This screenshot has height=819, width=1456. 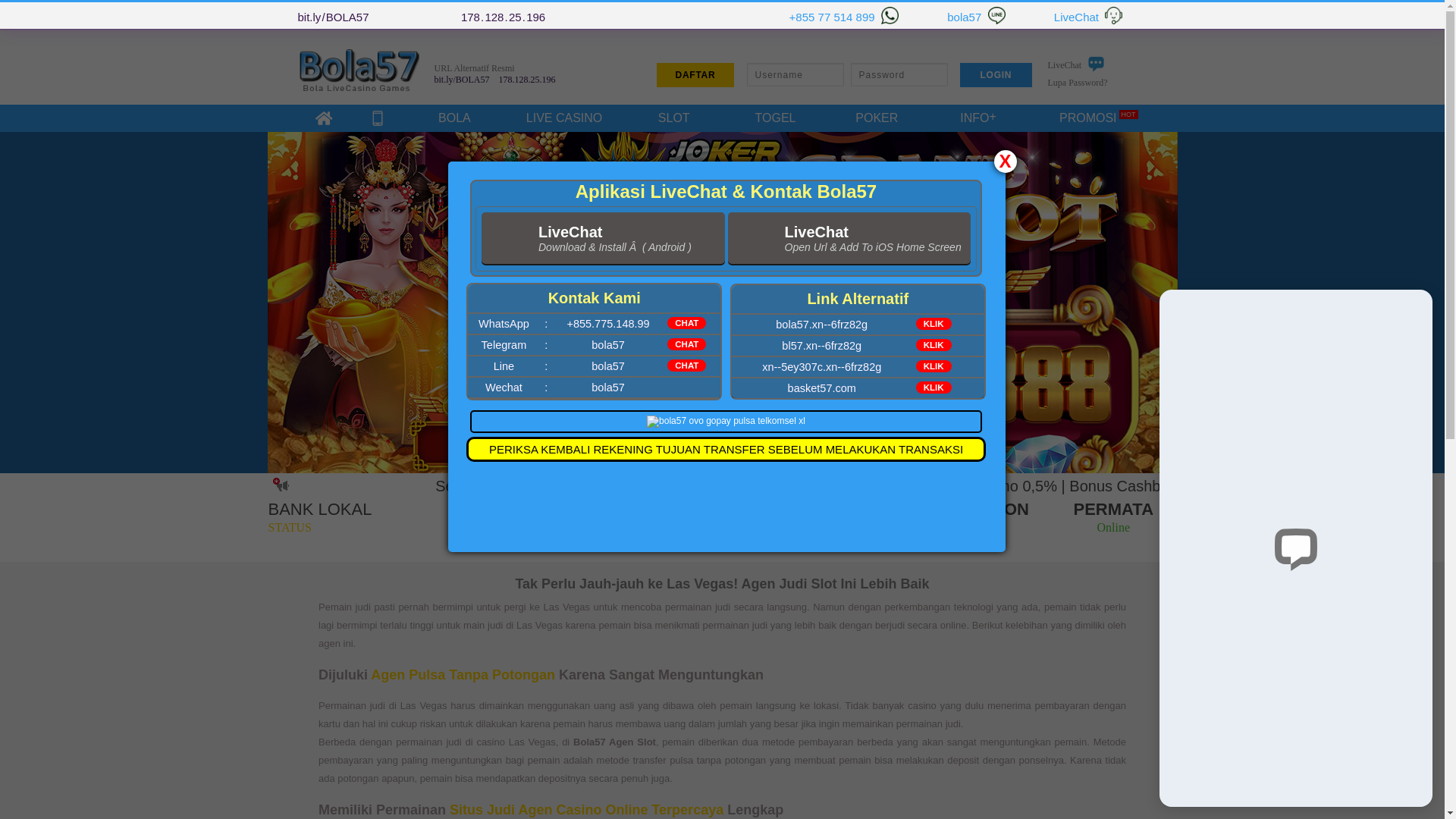 I want to click on 'basket57.com', so click(x=821, y=388).